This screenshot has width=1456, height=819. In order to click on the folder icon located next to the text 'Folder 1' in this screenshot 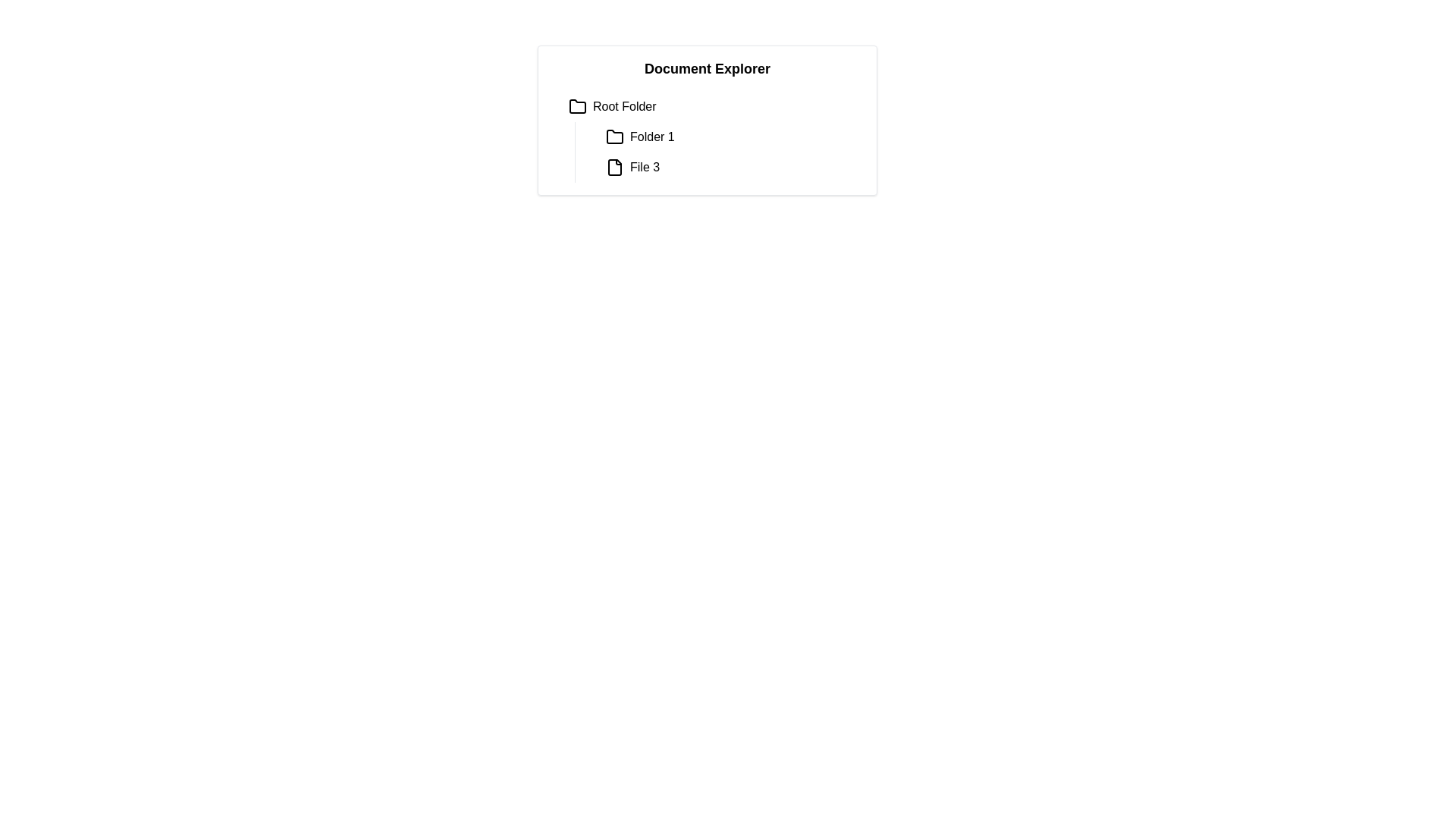, I will do `click(615, 137)`.